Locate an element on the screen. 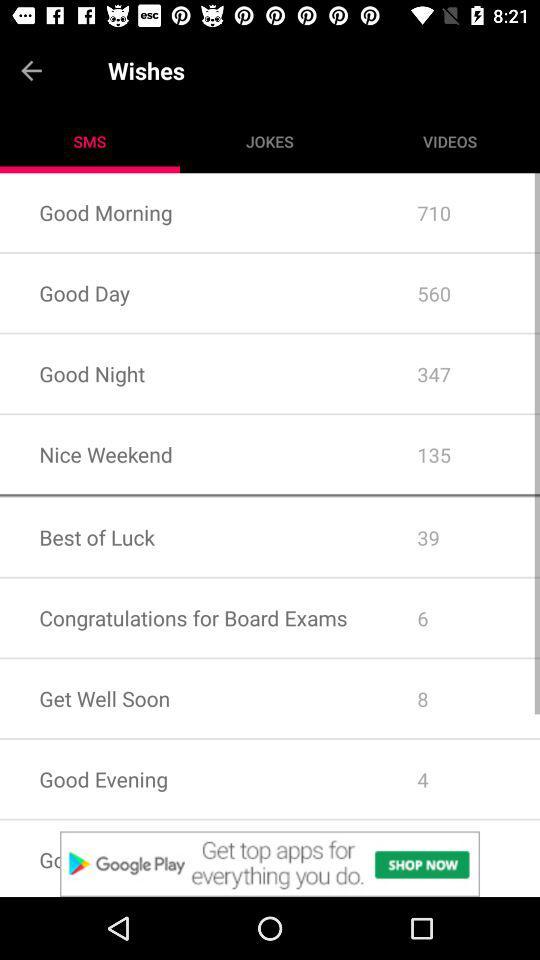  560 is located at coordinates (459, 292).